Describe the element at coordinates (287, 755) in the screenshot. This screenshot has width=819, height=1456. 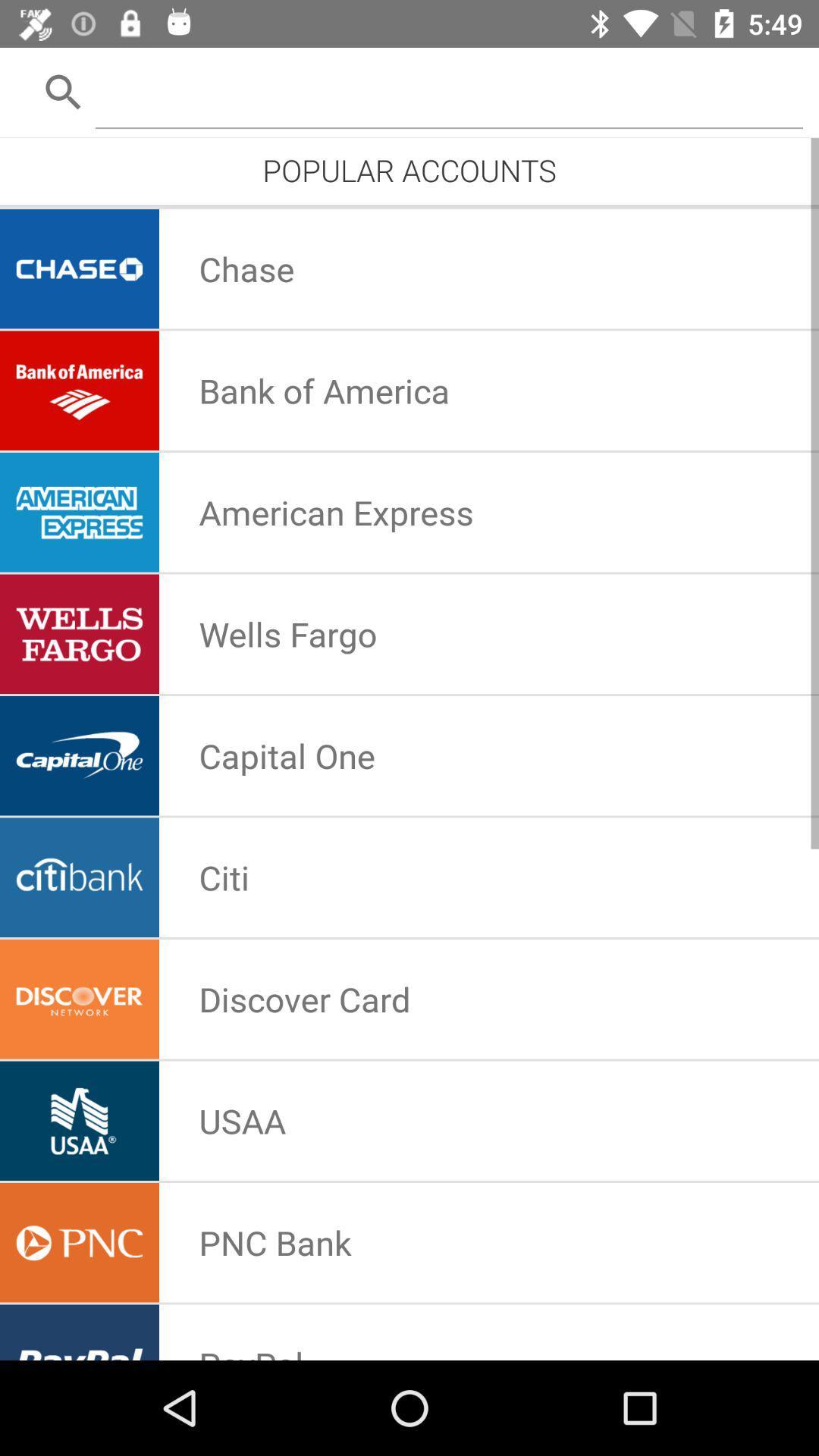
I see `the item above citi icon` at that location.